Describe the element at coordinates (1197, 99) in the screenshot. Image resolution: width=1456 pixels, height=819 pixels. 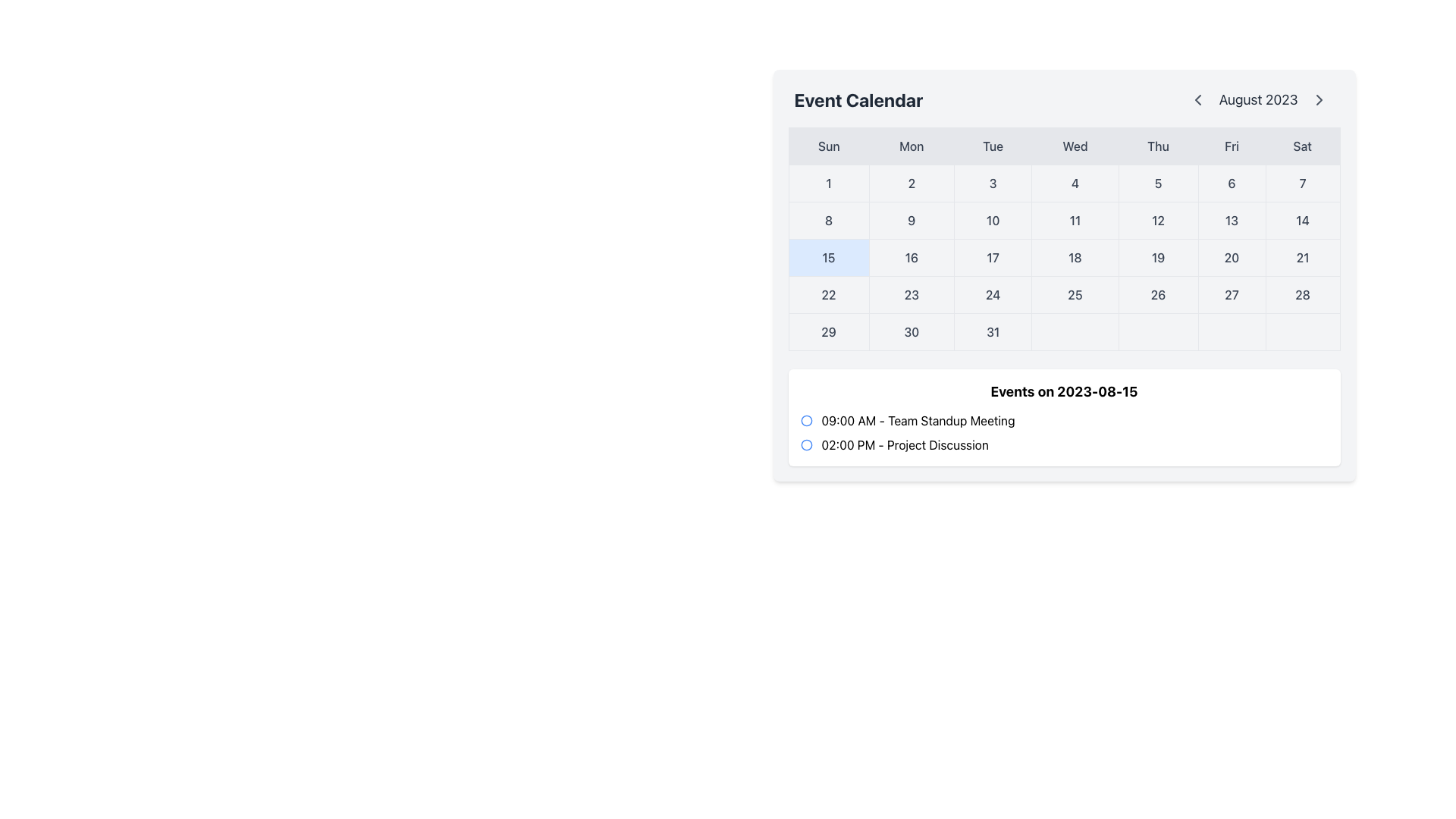
I see `the button located in the header area of the event calendar, to the left of the text displaying 'August 2023'` at that location.